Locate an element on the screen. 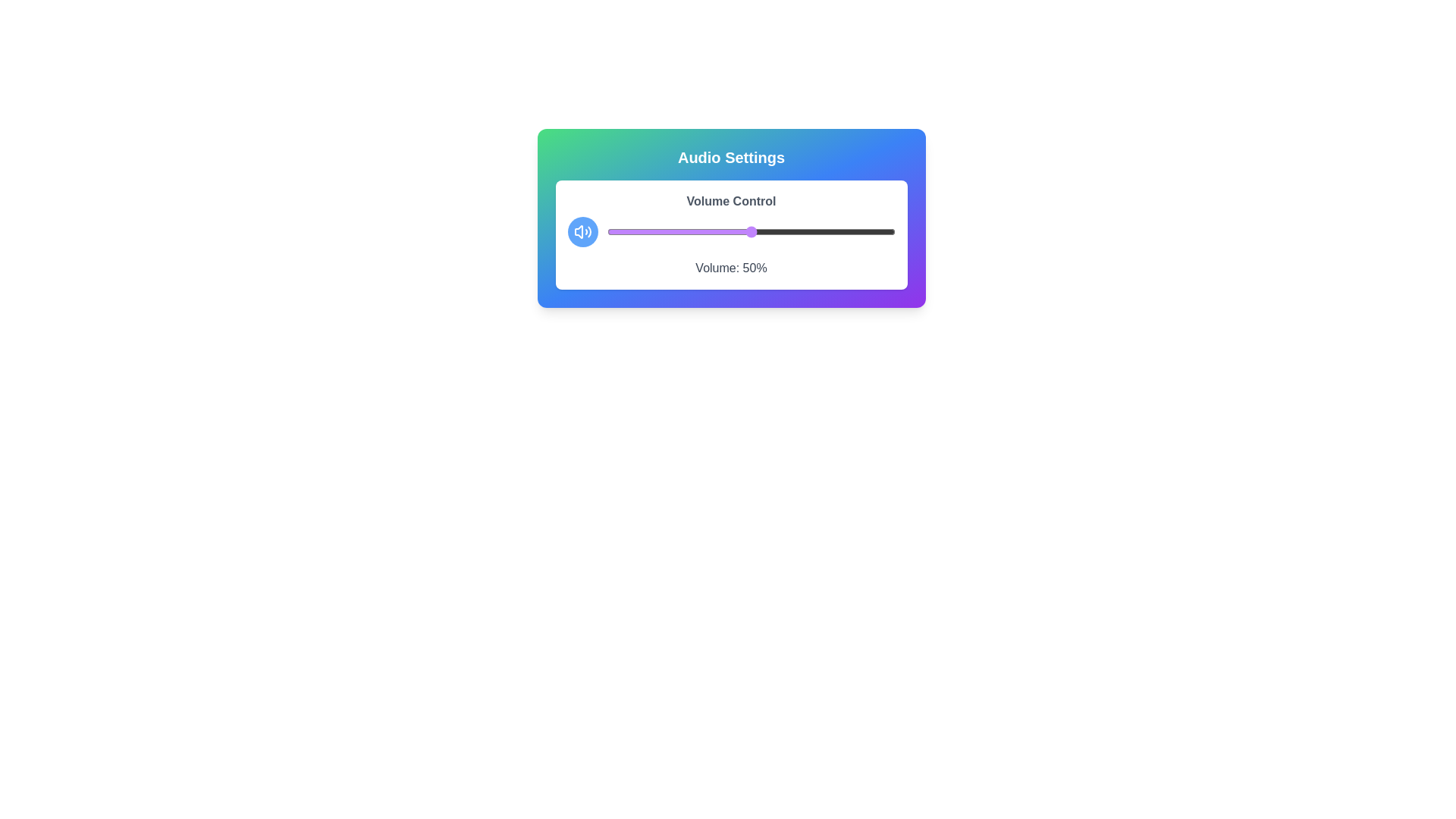 Image resolution: width=1456 pixels, height=819 pixels. the 'Audio Settings' heading element, which is a large, bold, white text centered at the top of the layout with a gradient background transitioning from green to blue is located at coordinates (731, 158).